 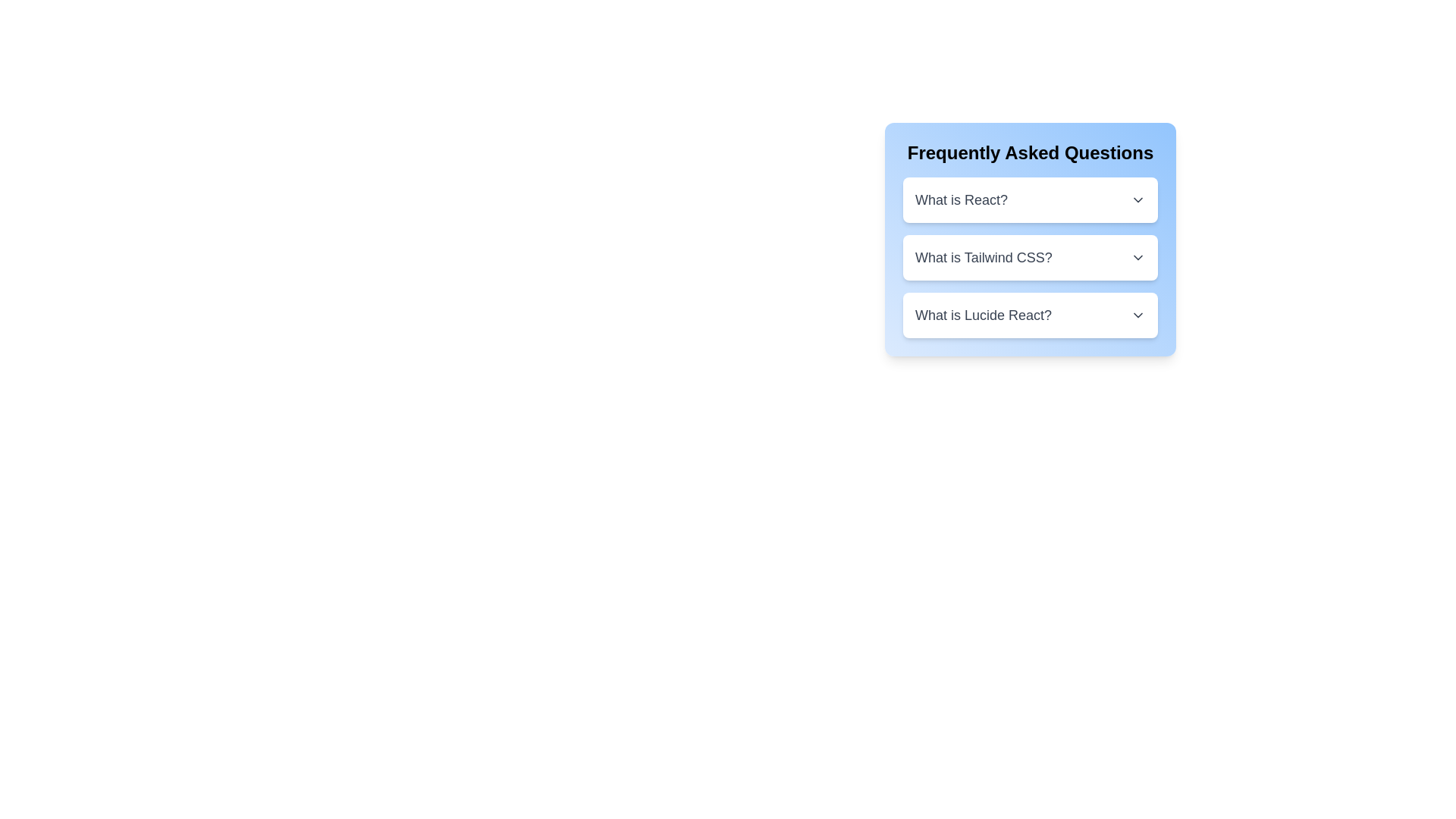 What do you see at coordinates (984, 256) in the screenshot?
I see `the label for the second menu item under the 'Frequently Asked Questions' section, positioned between 'What is React?' and 'What is Lucide React?'` at bounding box center [984, 256].